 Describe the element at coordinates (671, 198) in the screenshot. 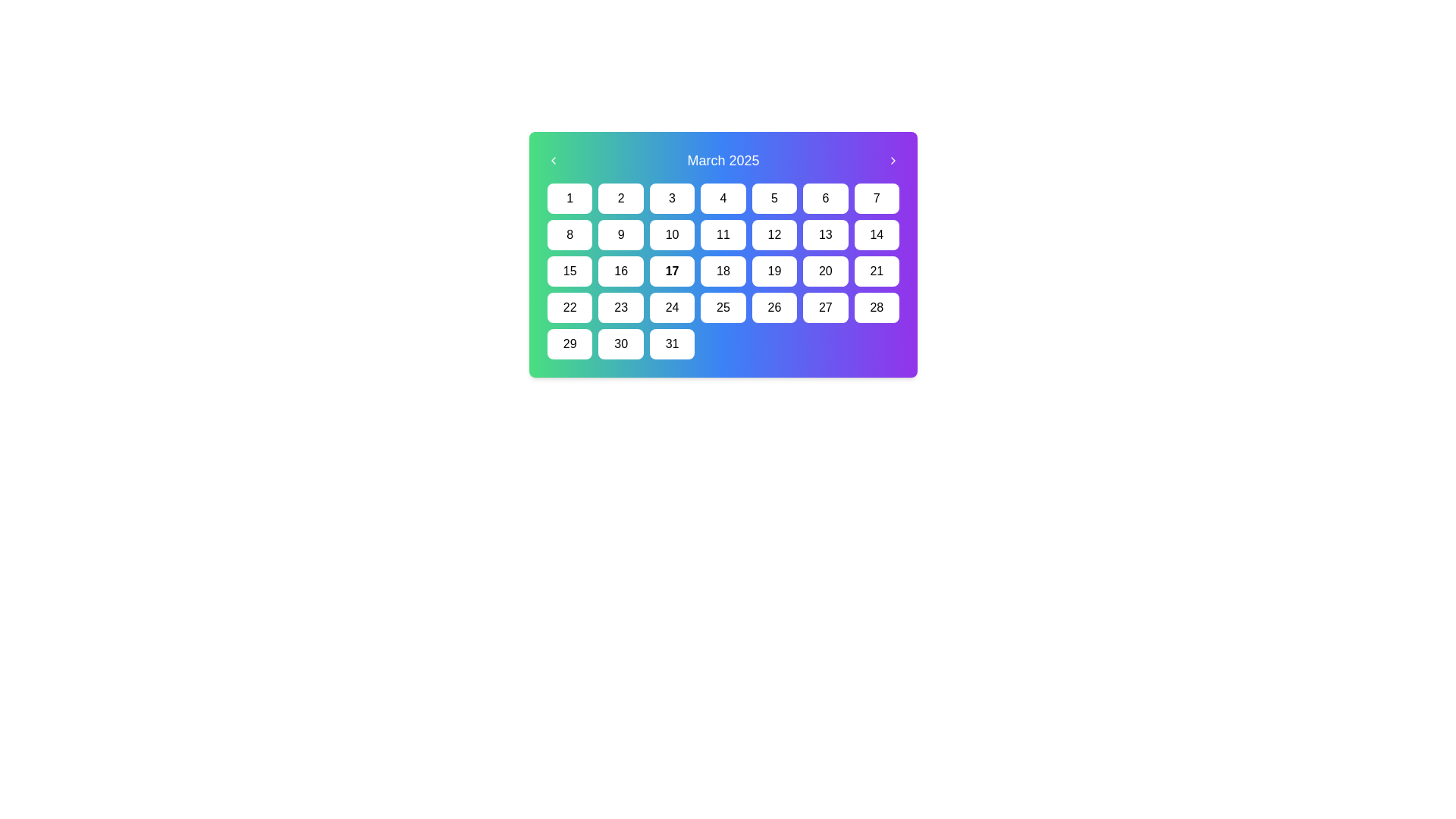

I see `the rounded rectangular button labeled '3' with a white background and black text to trigger hover effects` at that location.